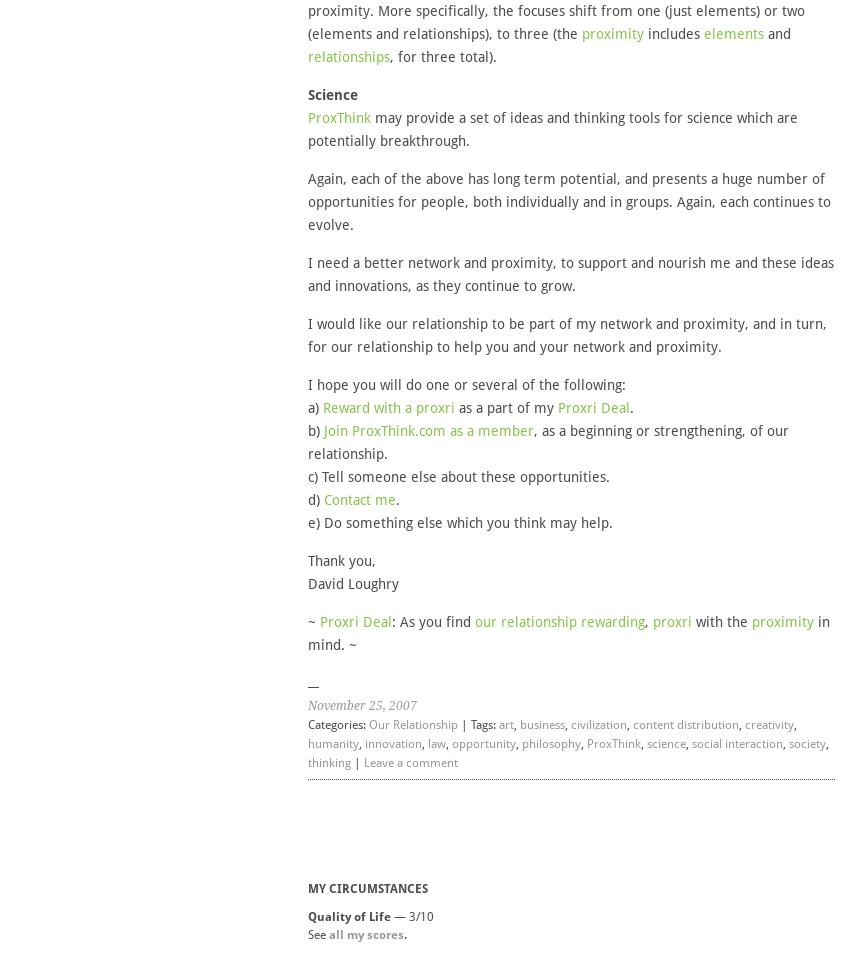 This screenshot has height=955, width=850. Describe the element at coordinates (736, 743) in the screenshot. I see `'social interaction'` at that location.